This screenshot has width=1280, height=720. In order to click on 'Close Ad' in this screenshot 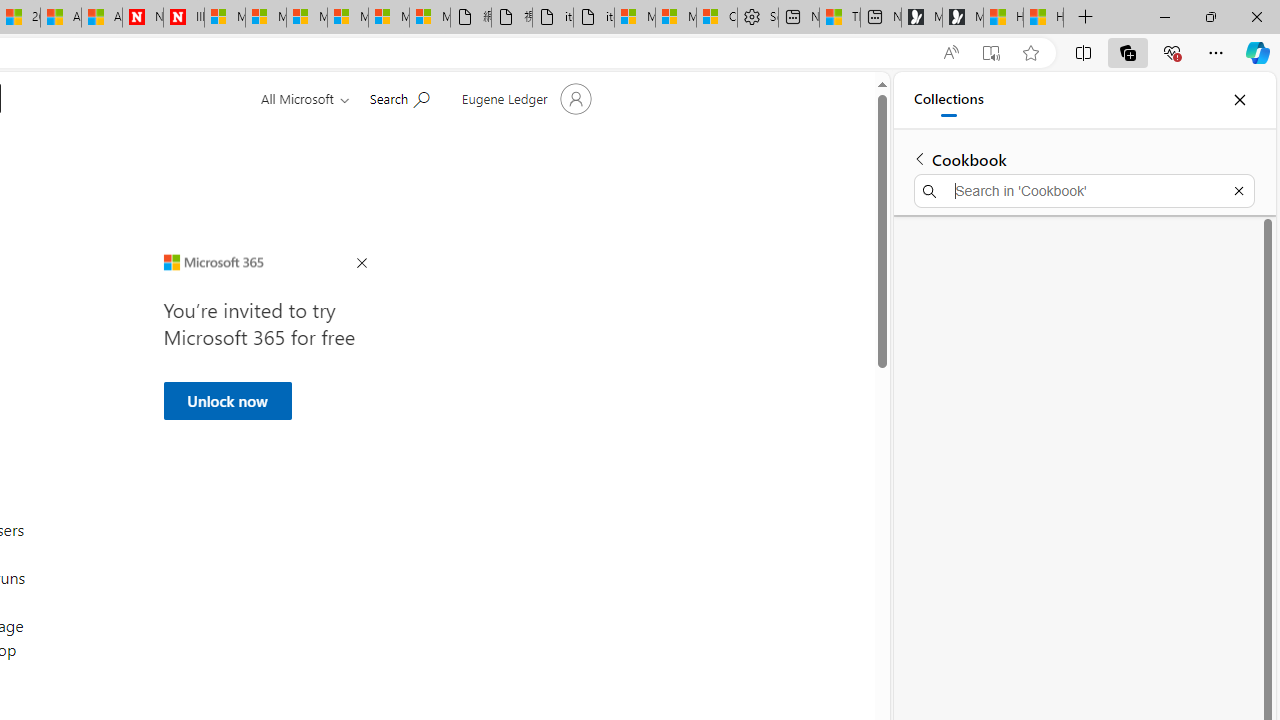, I will do `click(361, 263)`.